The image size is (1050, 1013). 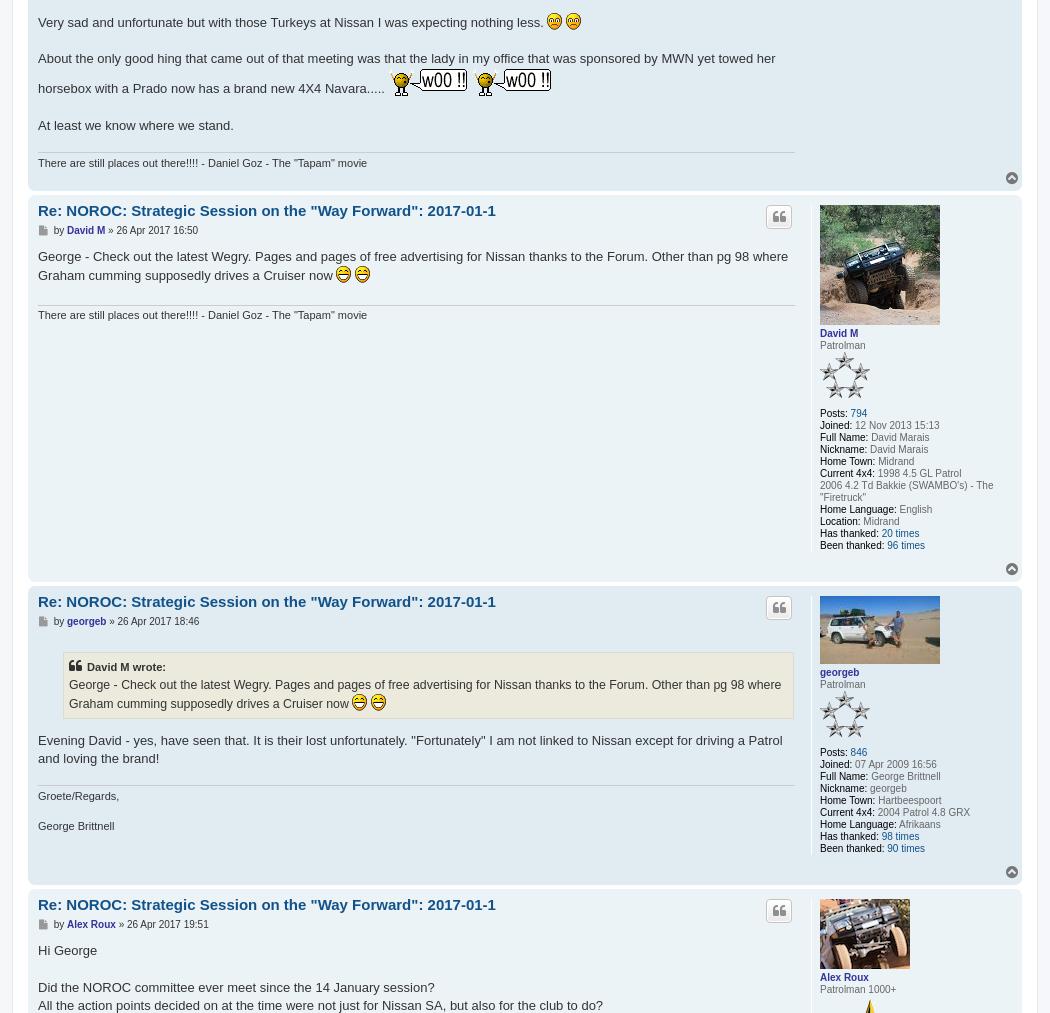 I want to click on '12 Nov 2013 15:13', so click(x=851, y=424).